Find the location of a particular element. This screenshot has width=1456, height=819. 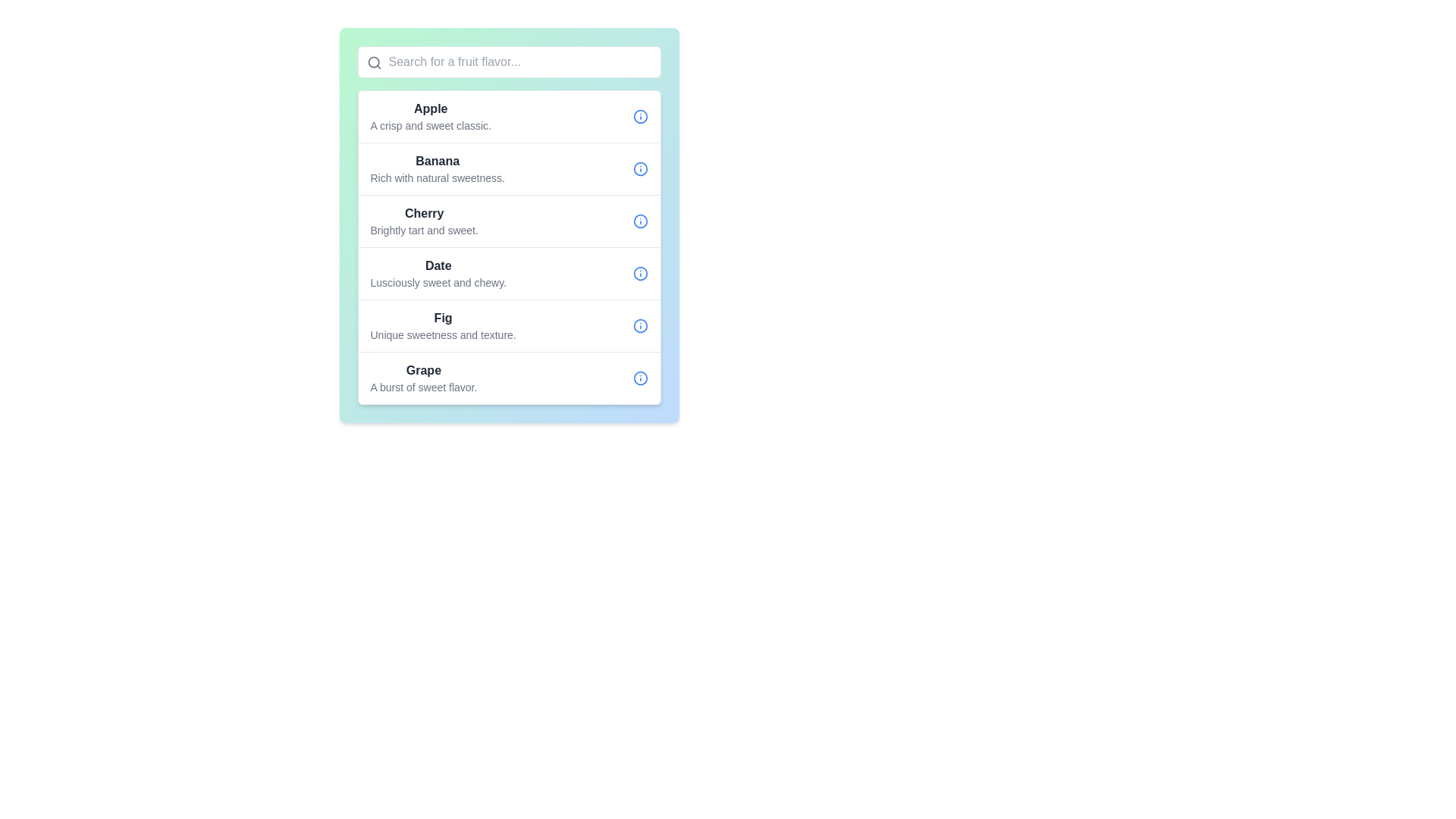

the icon embedded in the button adjacent to the text 'Cherry' in the third item of a vertical list is located at coordinates (640, 221).